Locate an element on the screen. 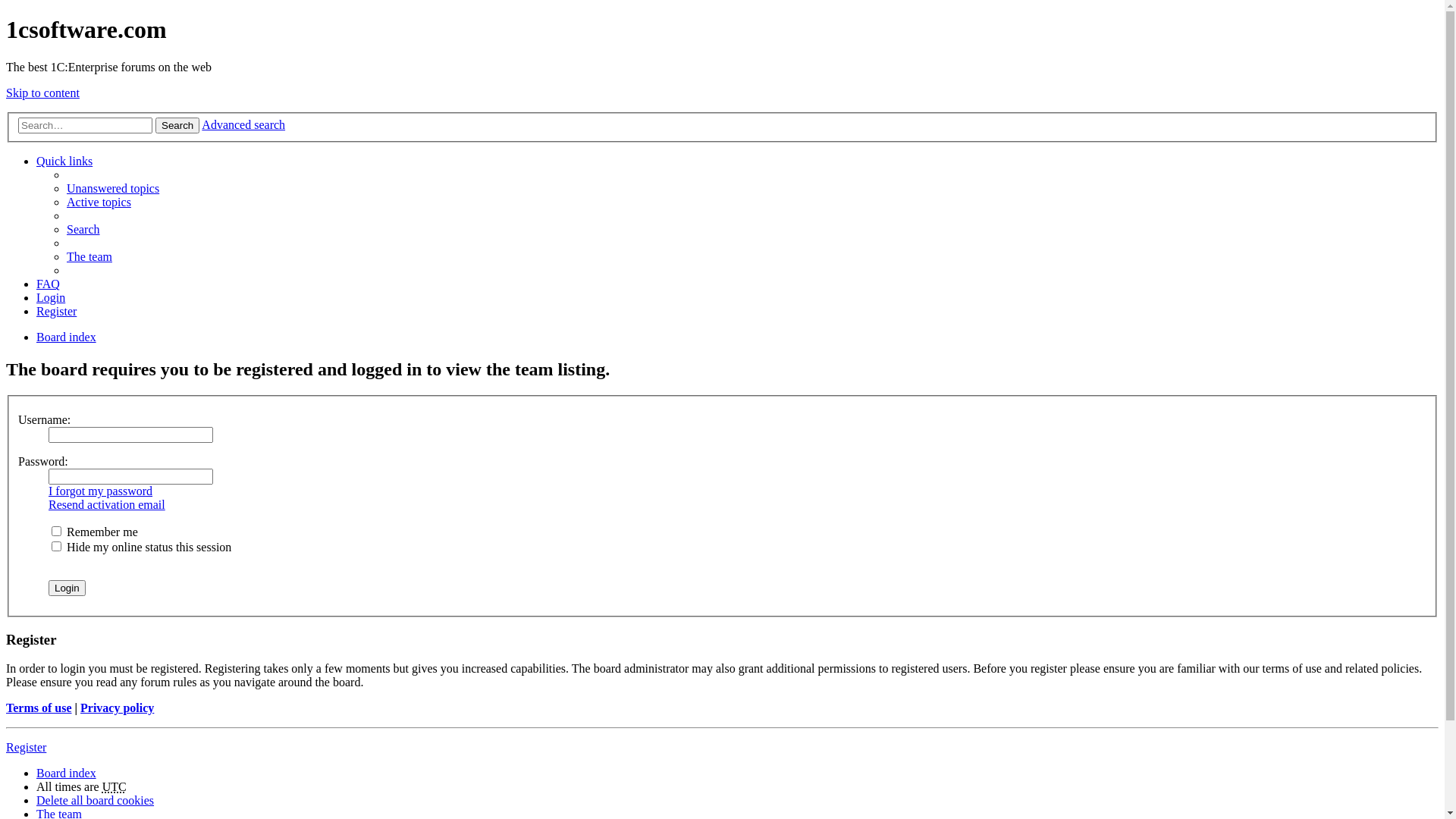 The width and height of the screenshot is (1456, 819). 'The team' is located at coordinates (89, 256).